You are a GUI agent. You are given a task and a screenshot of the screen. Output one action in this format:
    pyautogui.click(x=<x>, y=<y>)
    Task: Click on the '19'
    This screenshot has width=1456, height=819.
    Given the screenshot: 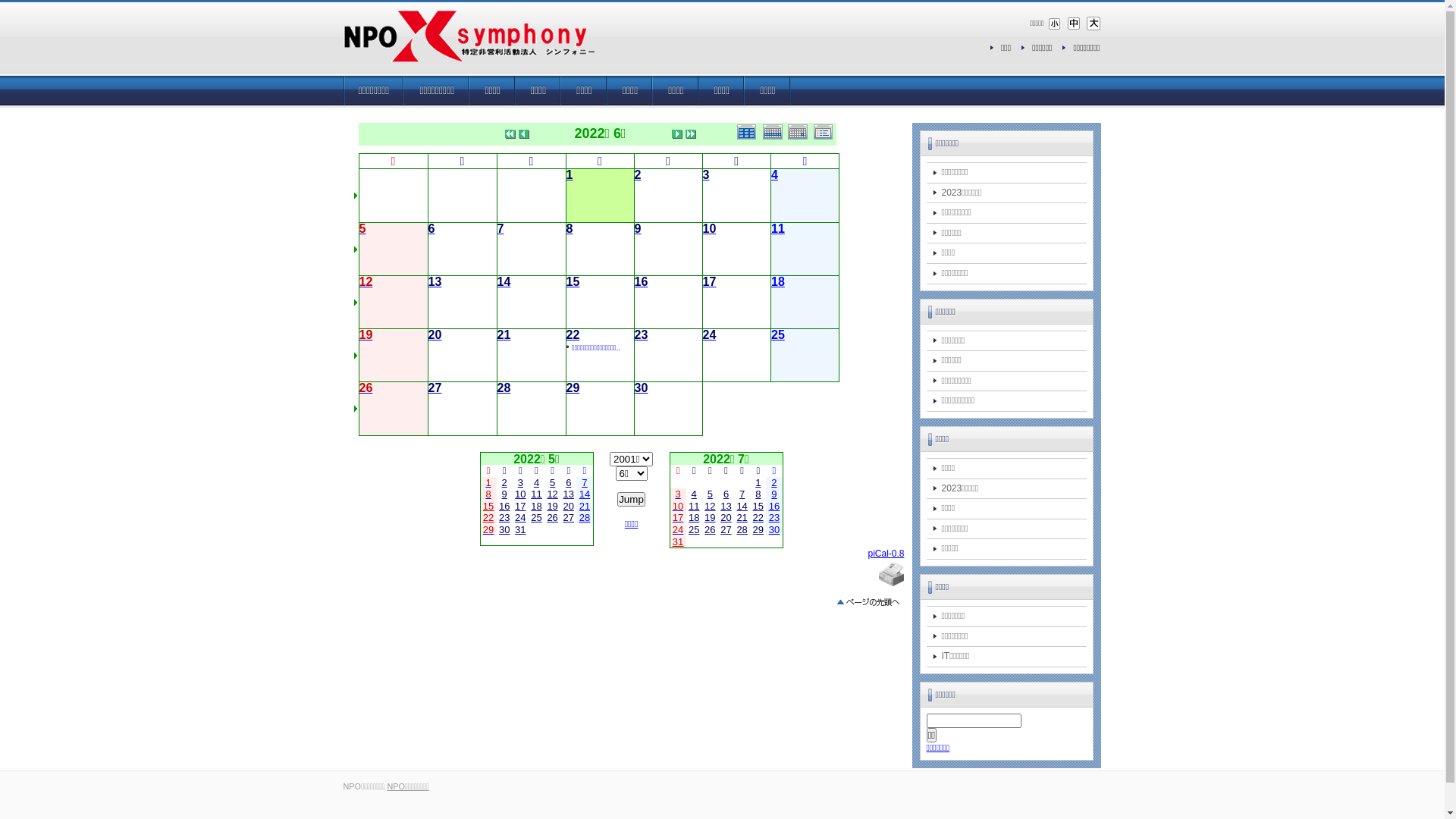 What is the action you would take?
    pyautogui.click(x=359, y=335)
    